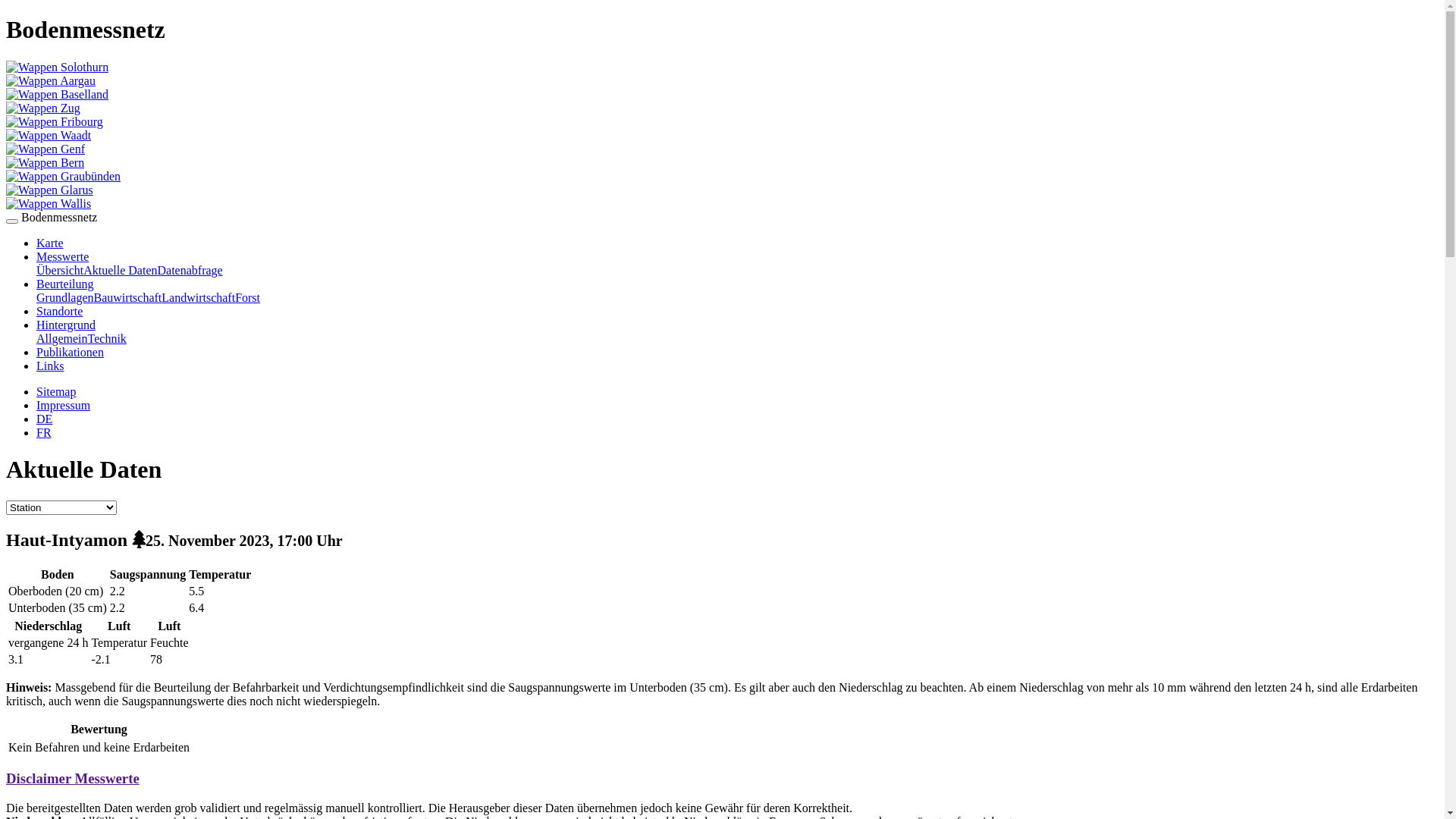  What do you see at coordinates (72, 778) in the screenshot?
I see `'Disclaimer Messwerte'` at bounding box center [72, 778].